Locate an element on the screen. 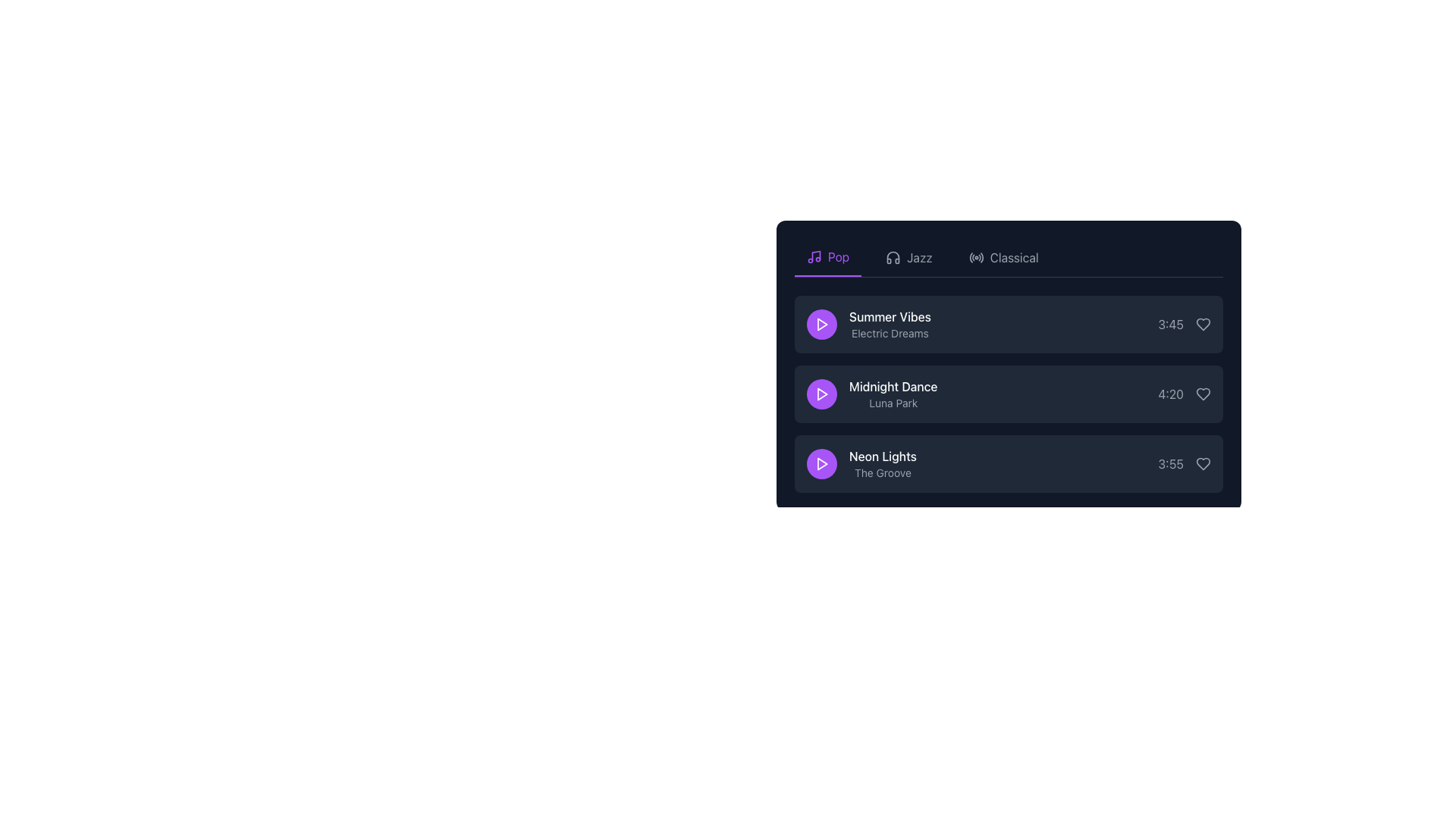 The image size is (1456, 819). the headphone icon in the navigation bar is located at coordinates (893, 256).